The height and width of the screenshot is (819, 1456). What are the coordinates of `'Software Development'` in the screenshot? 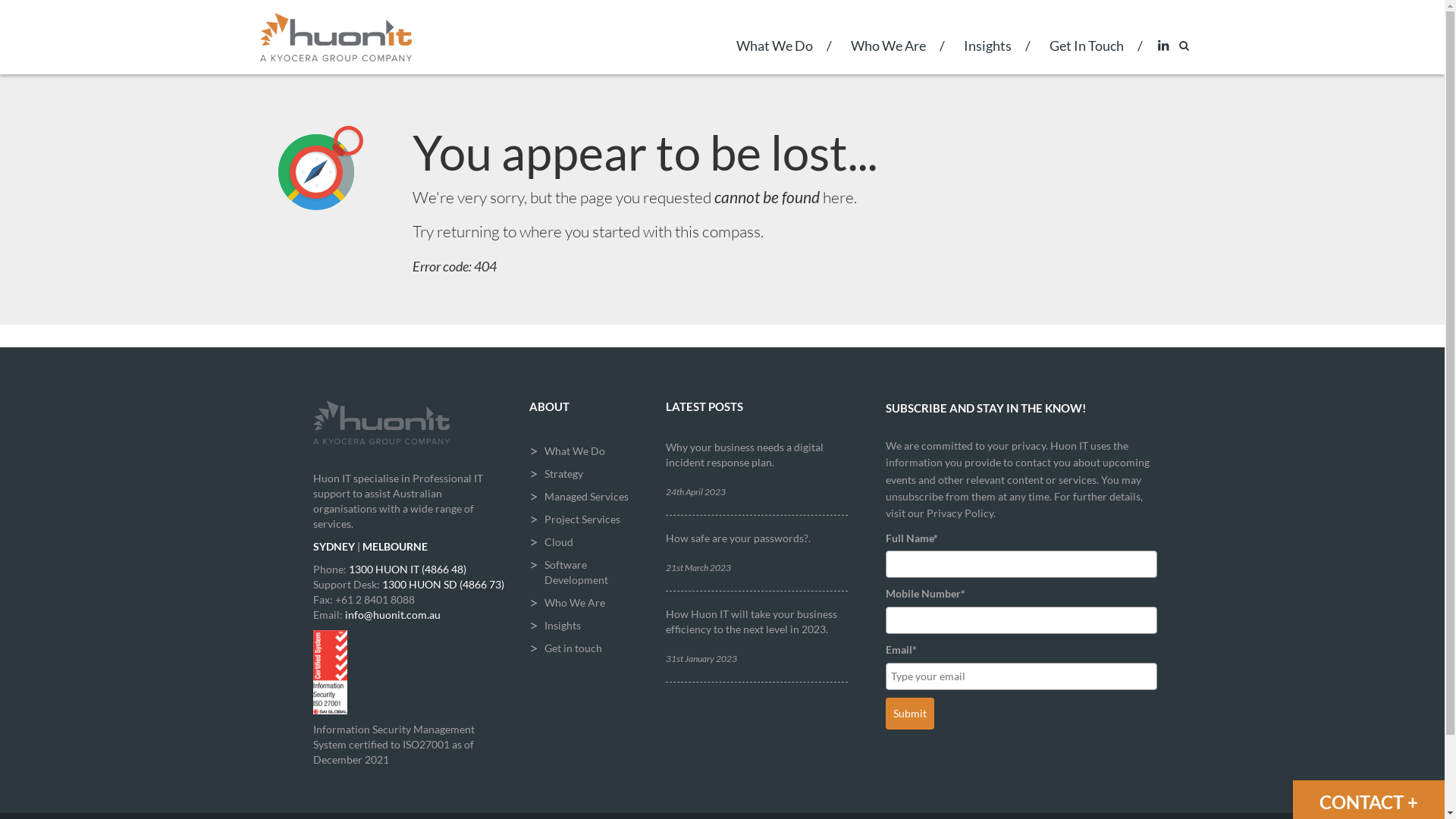 It's located at (585, 573).